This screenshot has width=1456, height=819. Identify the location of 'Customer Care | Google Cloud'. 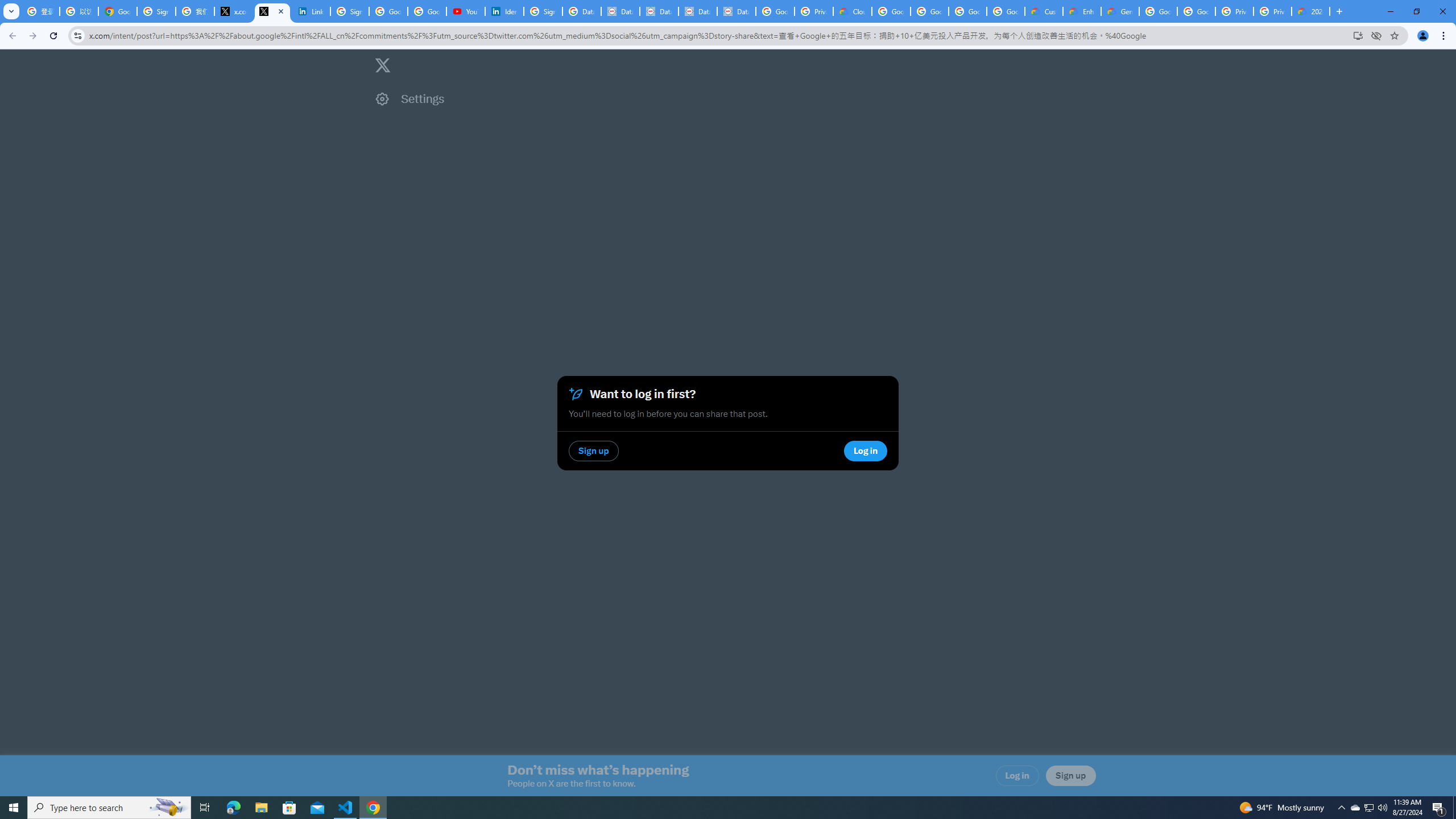
(1043, 11).